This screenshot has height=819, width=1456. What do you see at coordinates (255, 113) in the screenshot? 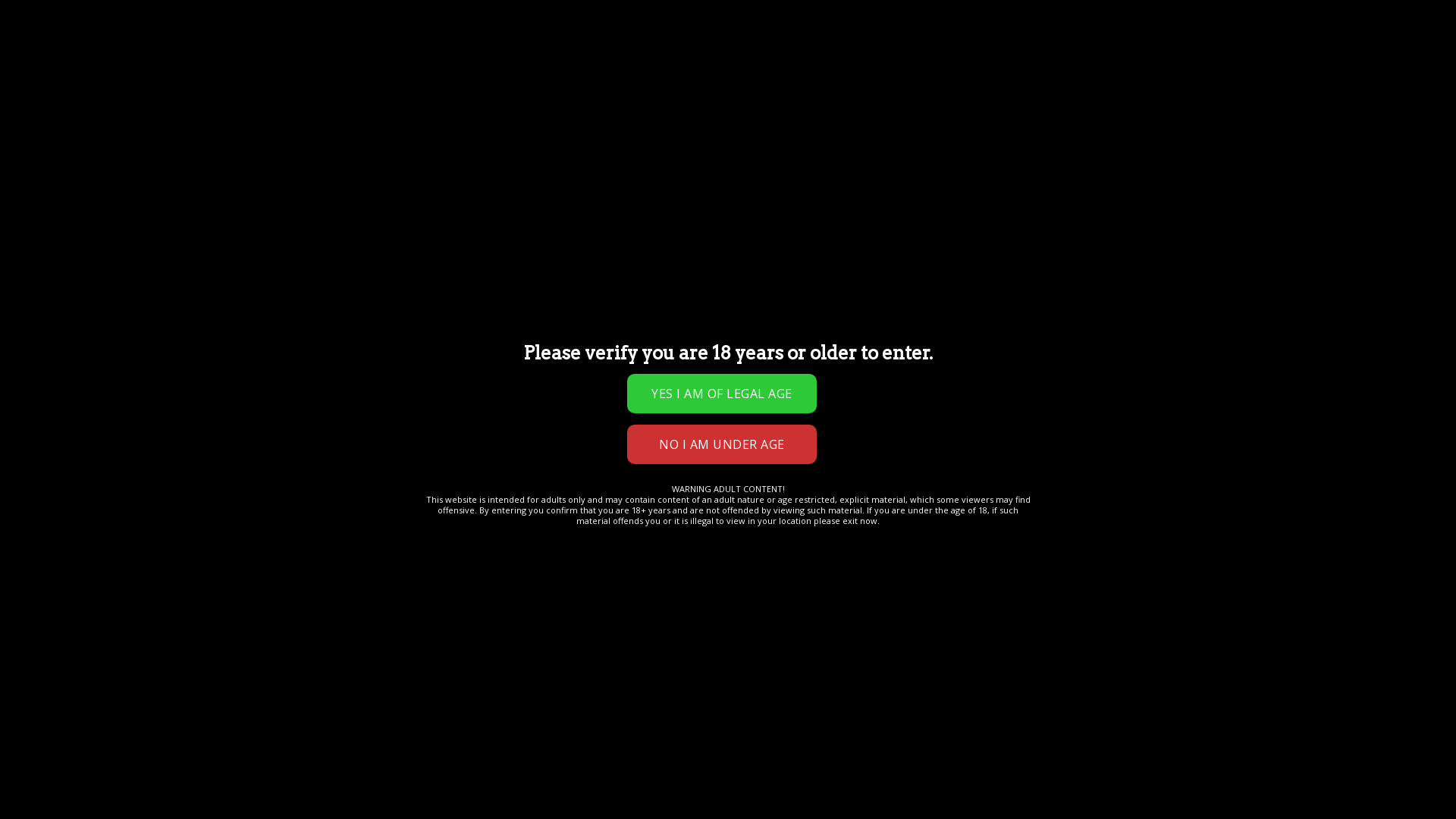
I see `'CUSTOM PRINT'` at bounding box center [255, 113].